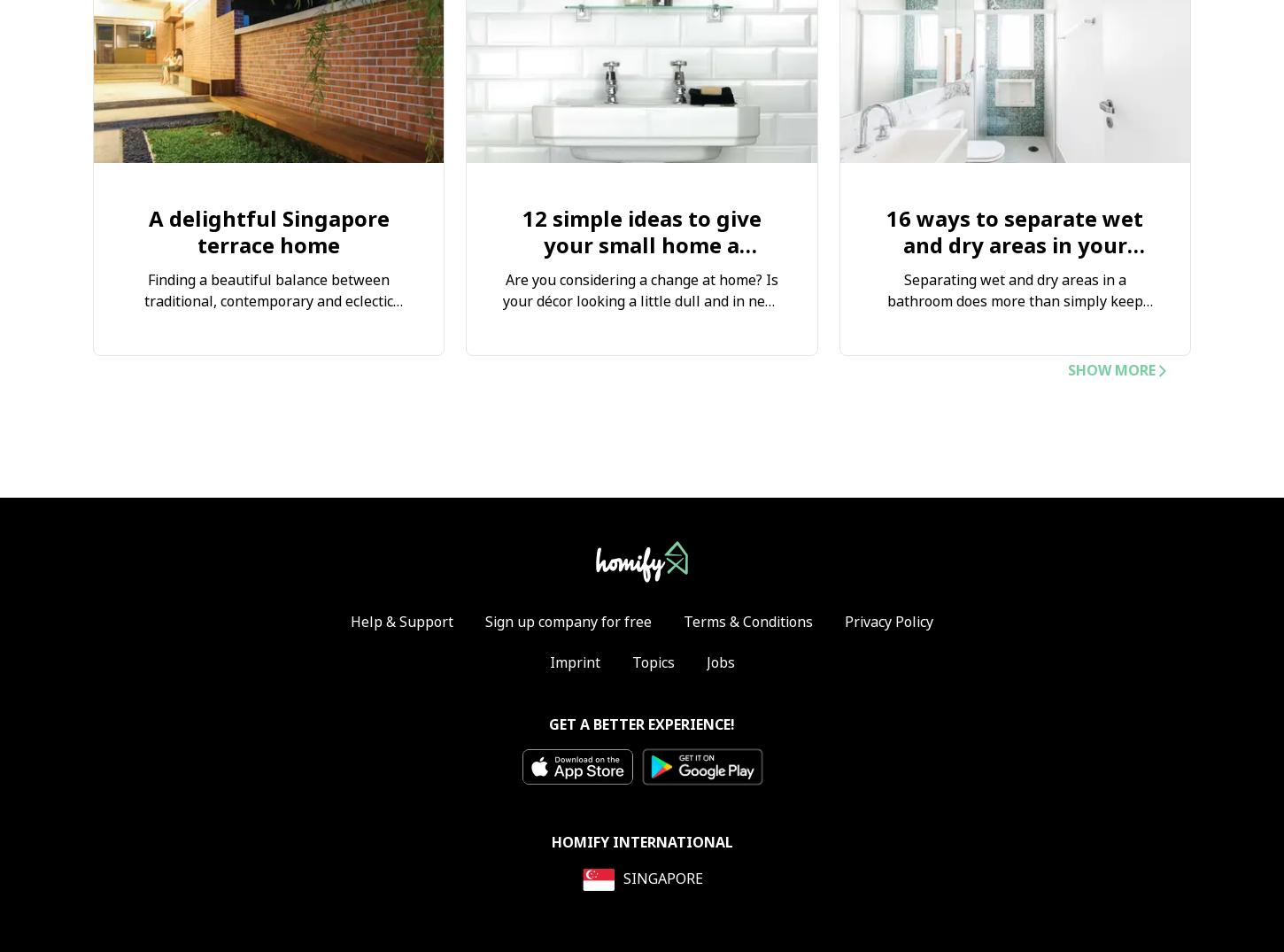 The image size is (1284, 952). What do you see at coordinates (268, 232) in the screenshot?
I see `'A delightful Singapore terrace home'` at bounding box center [268, 232].